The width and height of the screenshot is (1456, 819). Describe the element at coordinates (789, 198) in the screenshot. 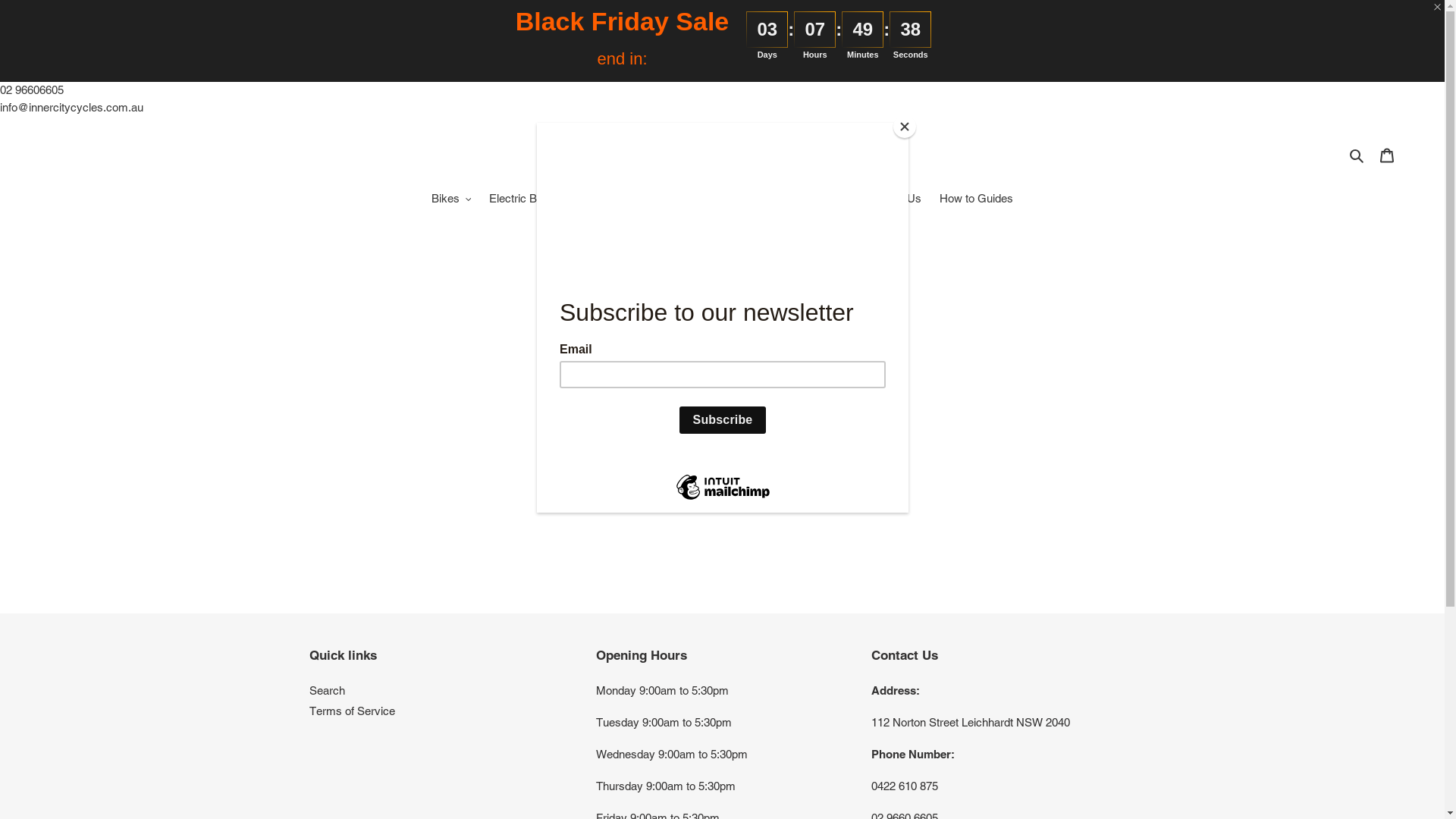

I see `'Workshop'` at that location.